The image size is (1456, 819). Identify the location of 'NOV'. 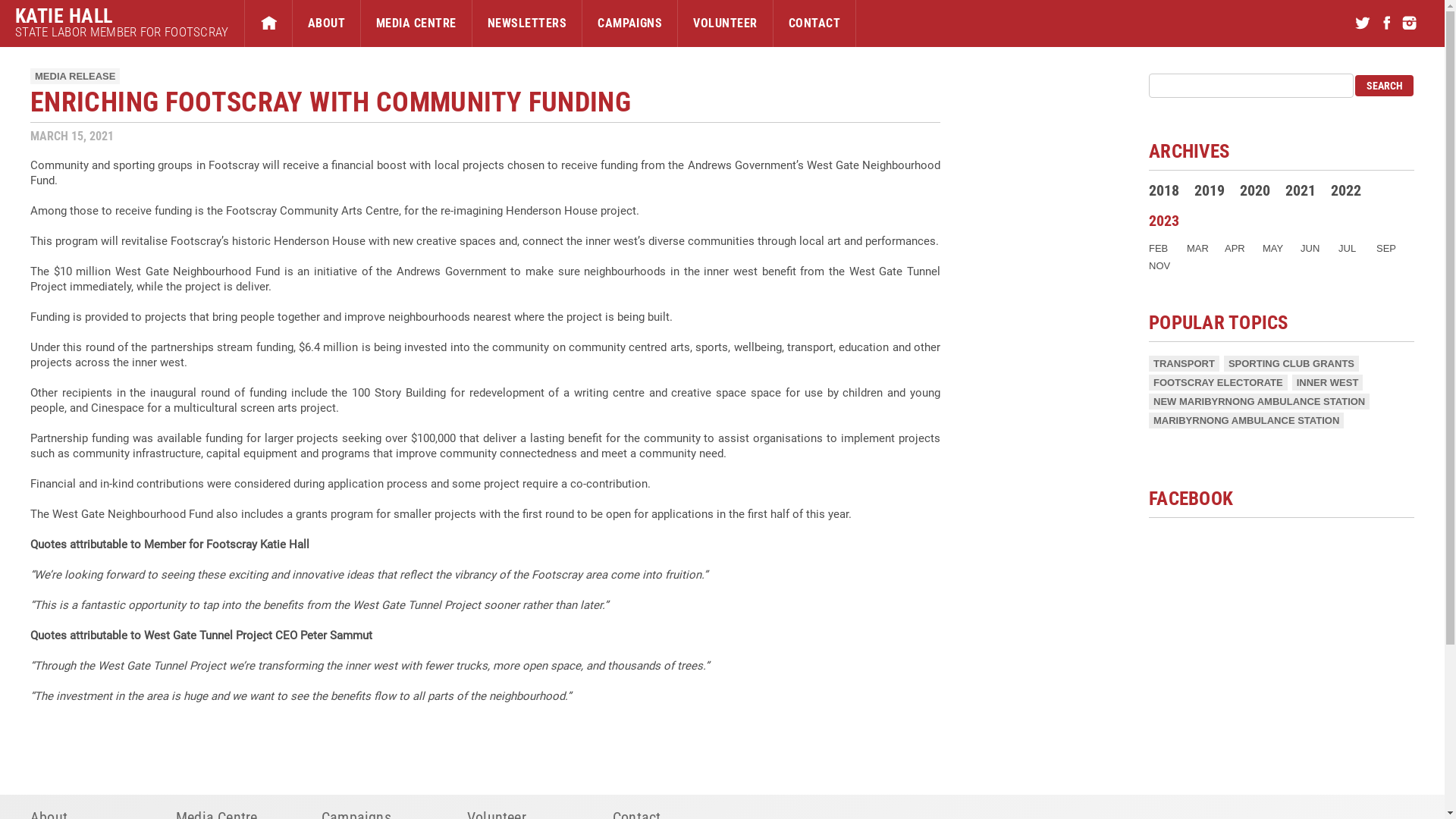
(1159, 265).